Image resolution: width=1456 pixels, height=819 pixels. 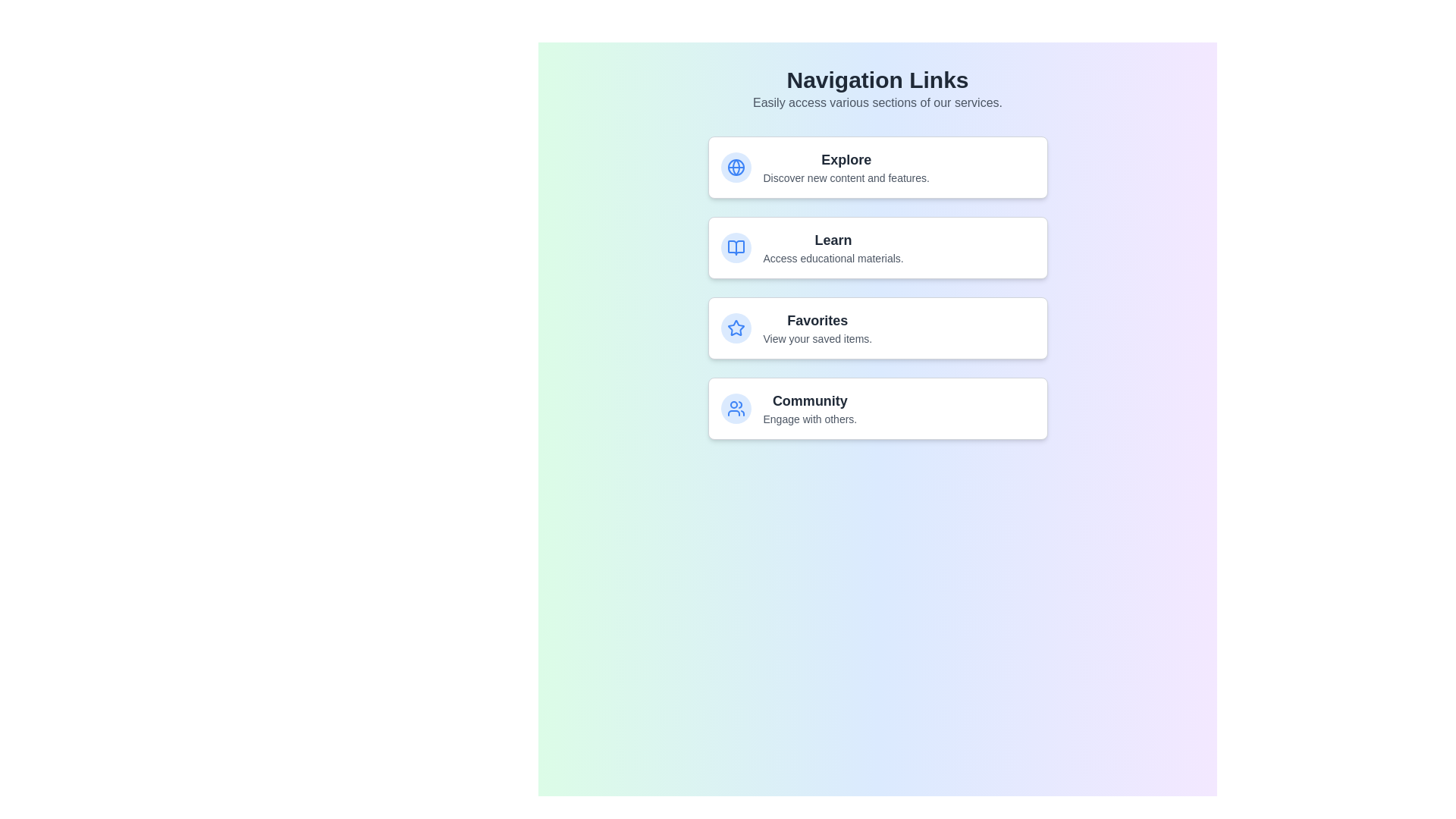 I want to click on the 'Learn' button which is represented by an icon located in the second position of a vertical stack of four navigation buttons, so click(x=736, y=247).